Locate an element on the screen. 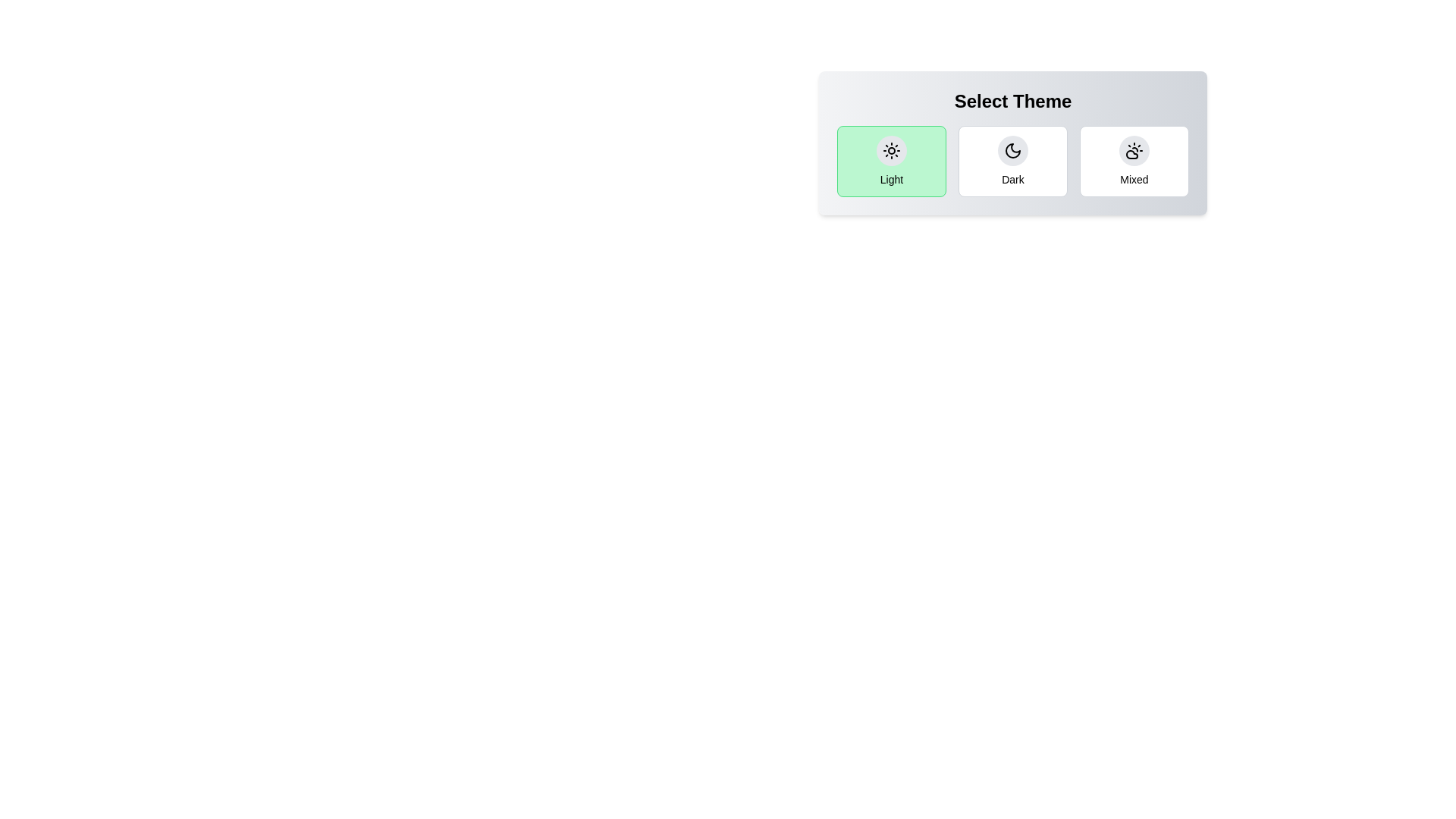 The height and width of the screenshot is (819, 1456). the theme icon corresponding to Mixed is located at coordinates (1134, 151).